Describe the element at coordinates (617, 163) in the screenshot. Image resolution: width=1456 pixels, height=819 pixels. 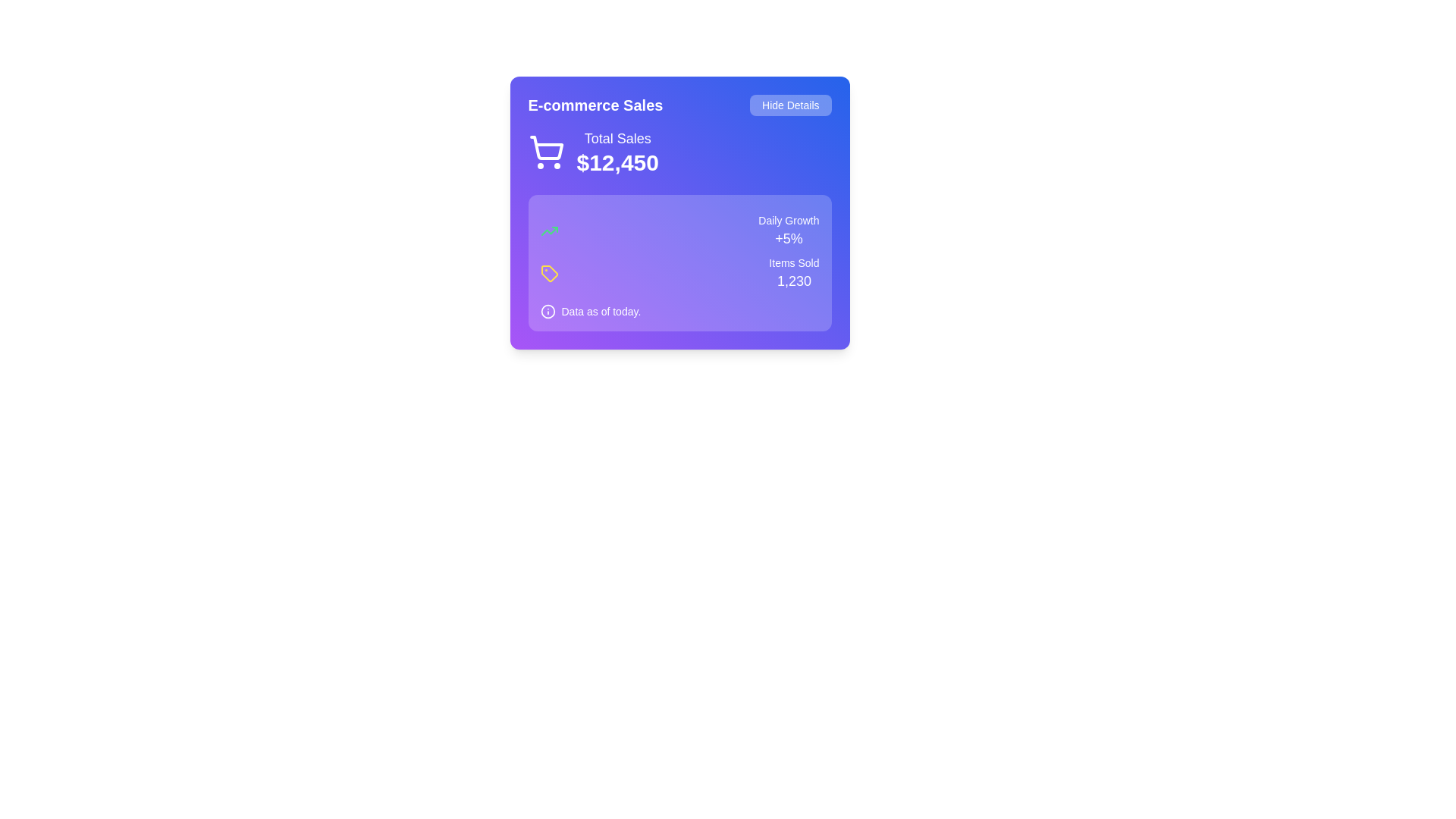
I see `the Static Text Display that shows the total sales amount, which is centrally located beneath the 'Total Sales' label` at that location.